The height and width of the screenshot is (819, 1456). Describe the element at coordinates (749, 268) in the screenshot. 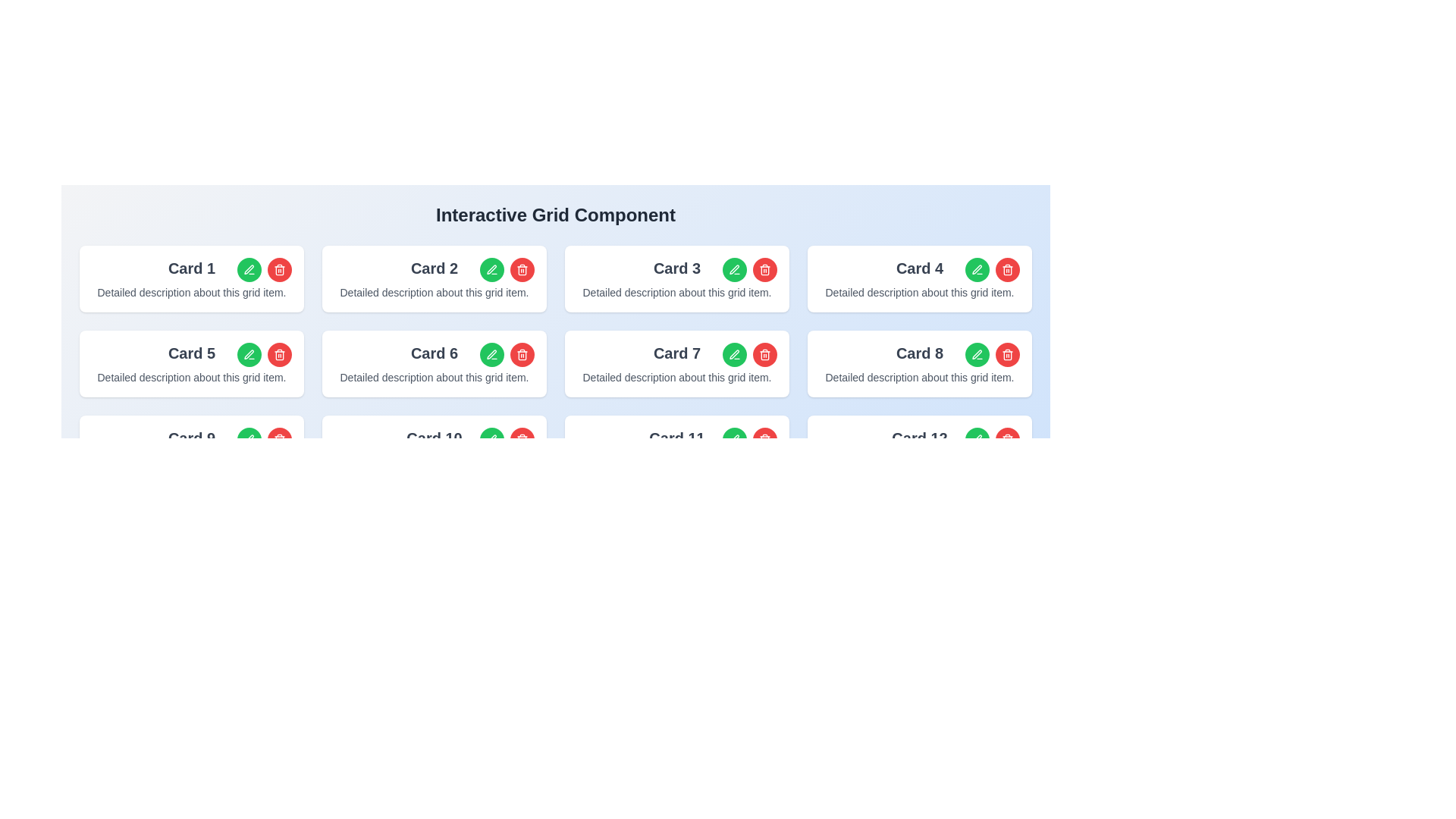

I see `the edit button (pen icon) located in the top-right corner of the card labeled 'Card 3'` at that location.